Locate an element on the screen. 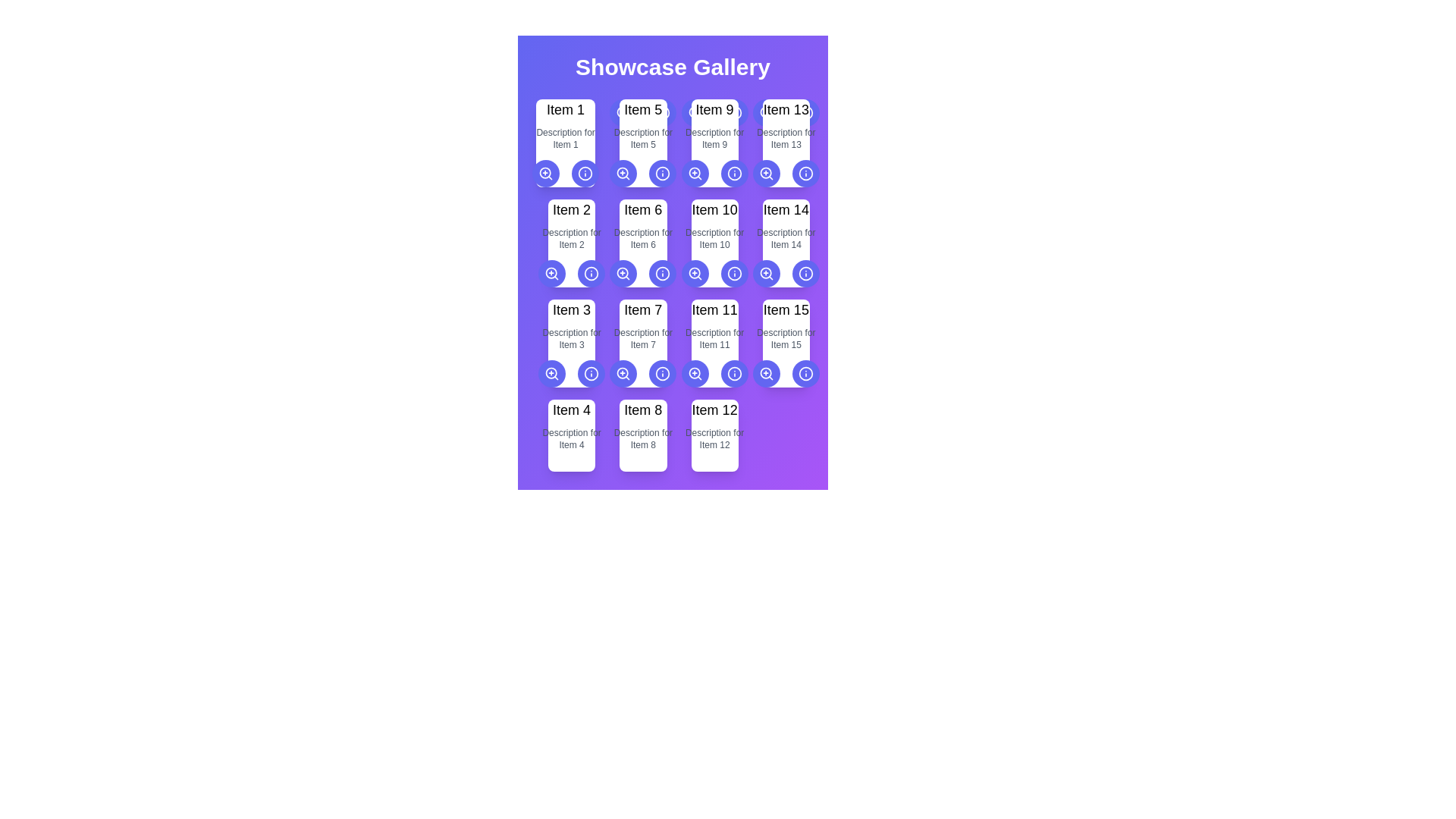 This screenshot has width=1456, height=819. the Text element providing additional descriptive information for Item 3, located directly below the title 'Item 3' in the grid layout is located at coordinates (571, 338).